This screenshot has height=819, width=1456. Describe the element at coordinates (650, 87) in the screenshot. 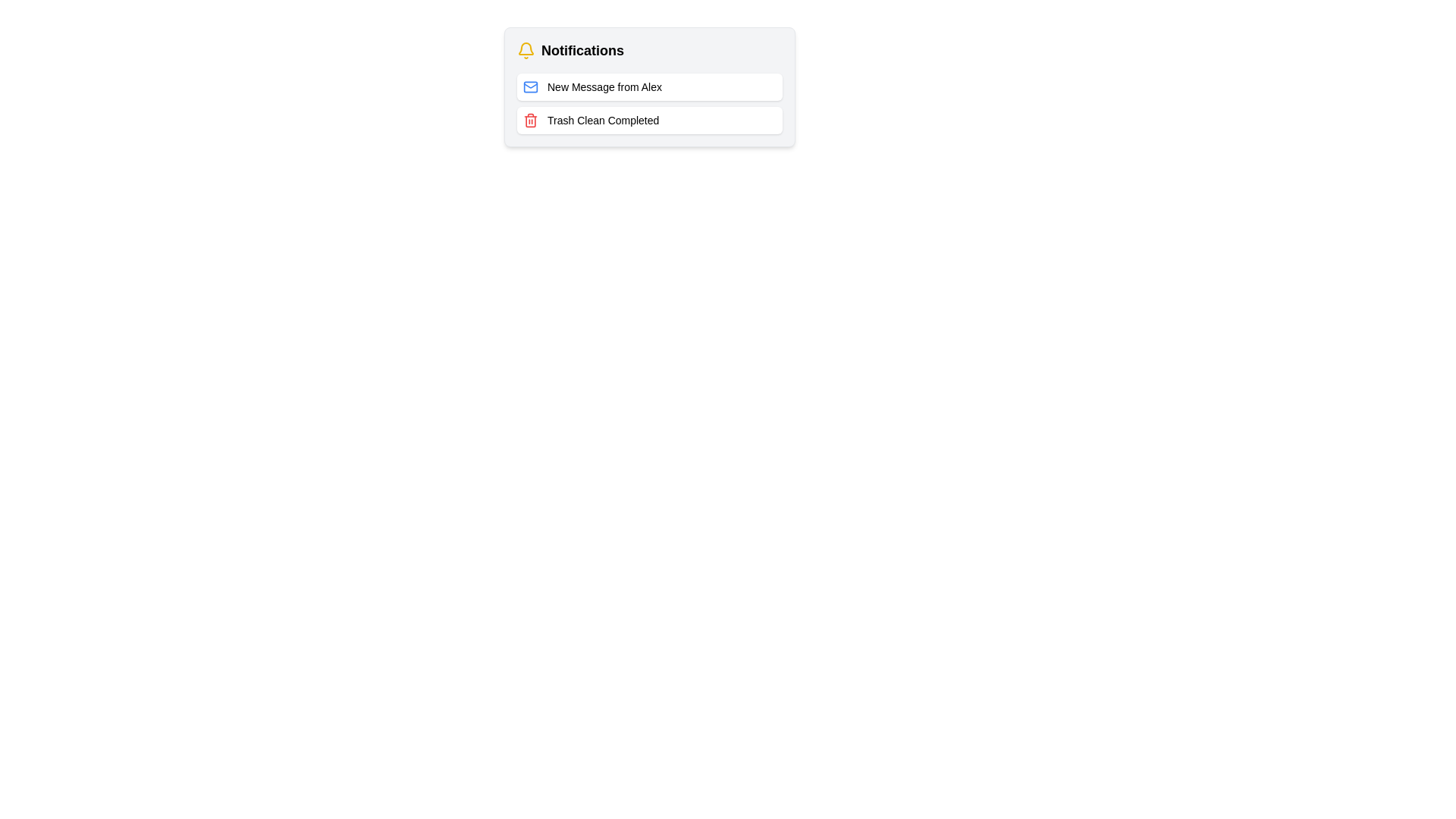

I see `the notification item 'New Message from Alex' to preview its details` at that location.